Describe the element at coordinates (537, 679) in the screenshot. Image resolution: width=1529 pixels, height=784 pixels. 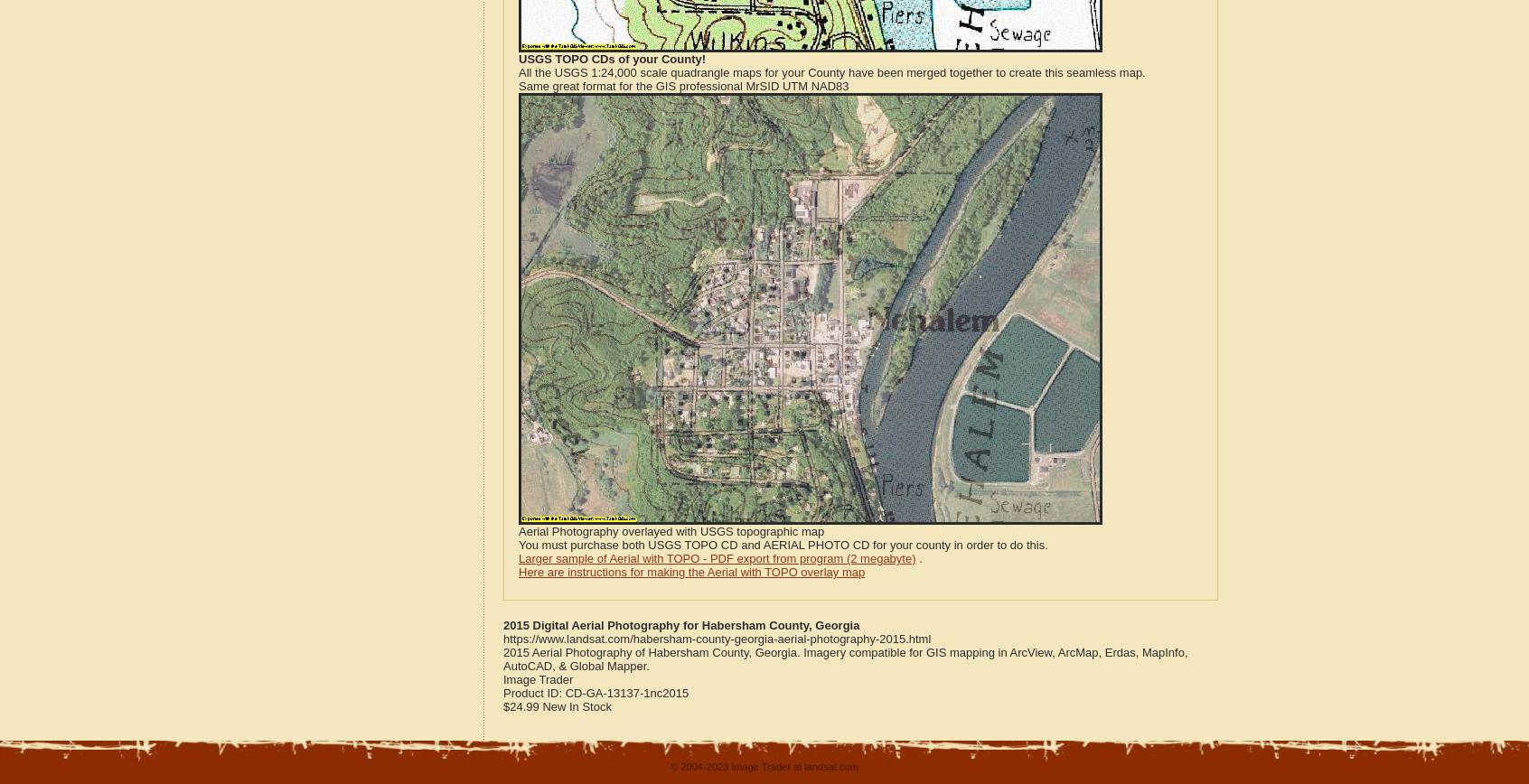
I see `'Image Trader'` at that location.